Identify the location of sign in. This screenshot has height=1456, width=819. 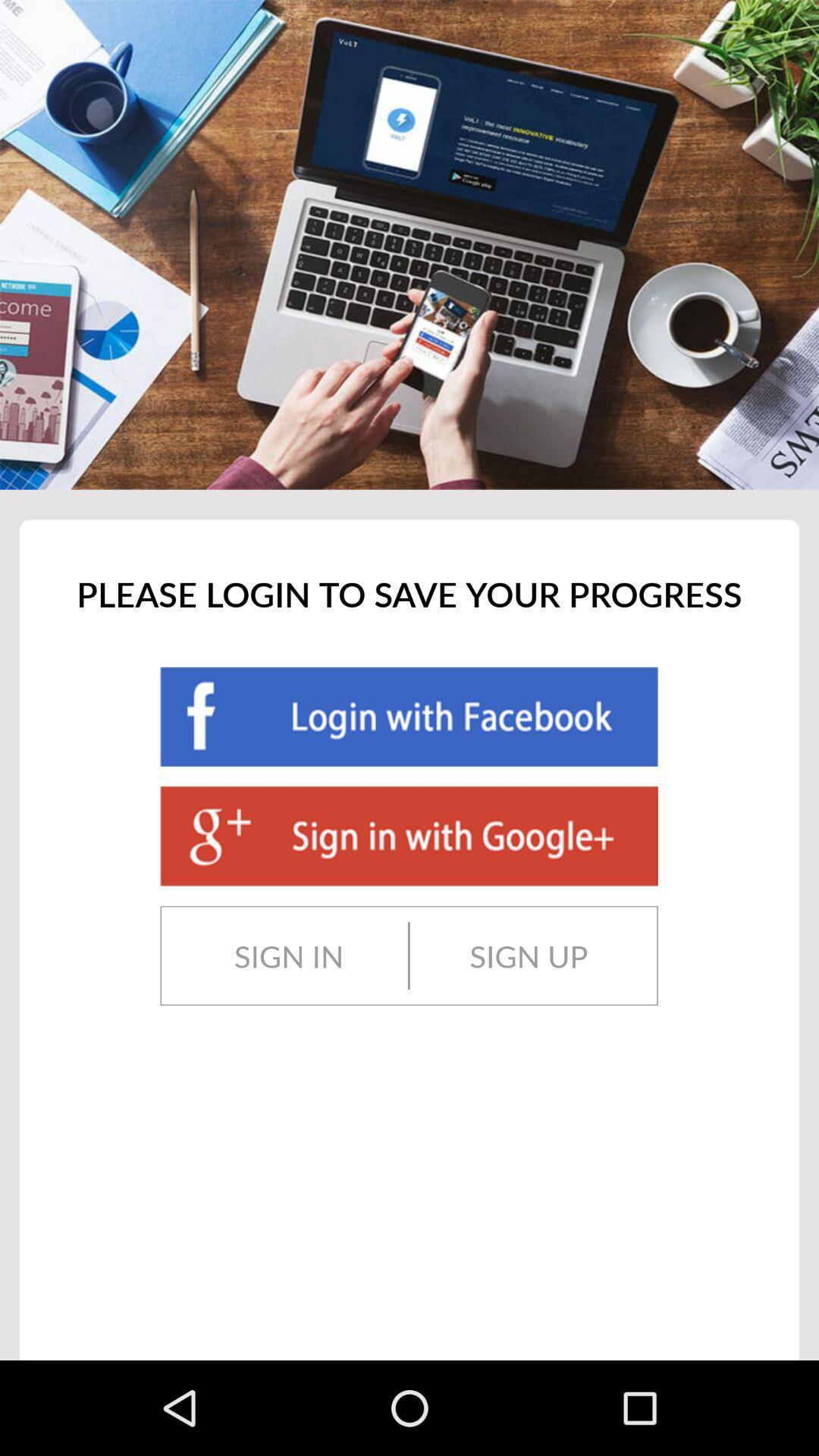
(289, 955).